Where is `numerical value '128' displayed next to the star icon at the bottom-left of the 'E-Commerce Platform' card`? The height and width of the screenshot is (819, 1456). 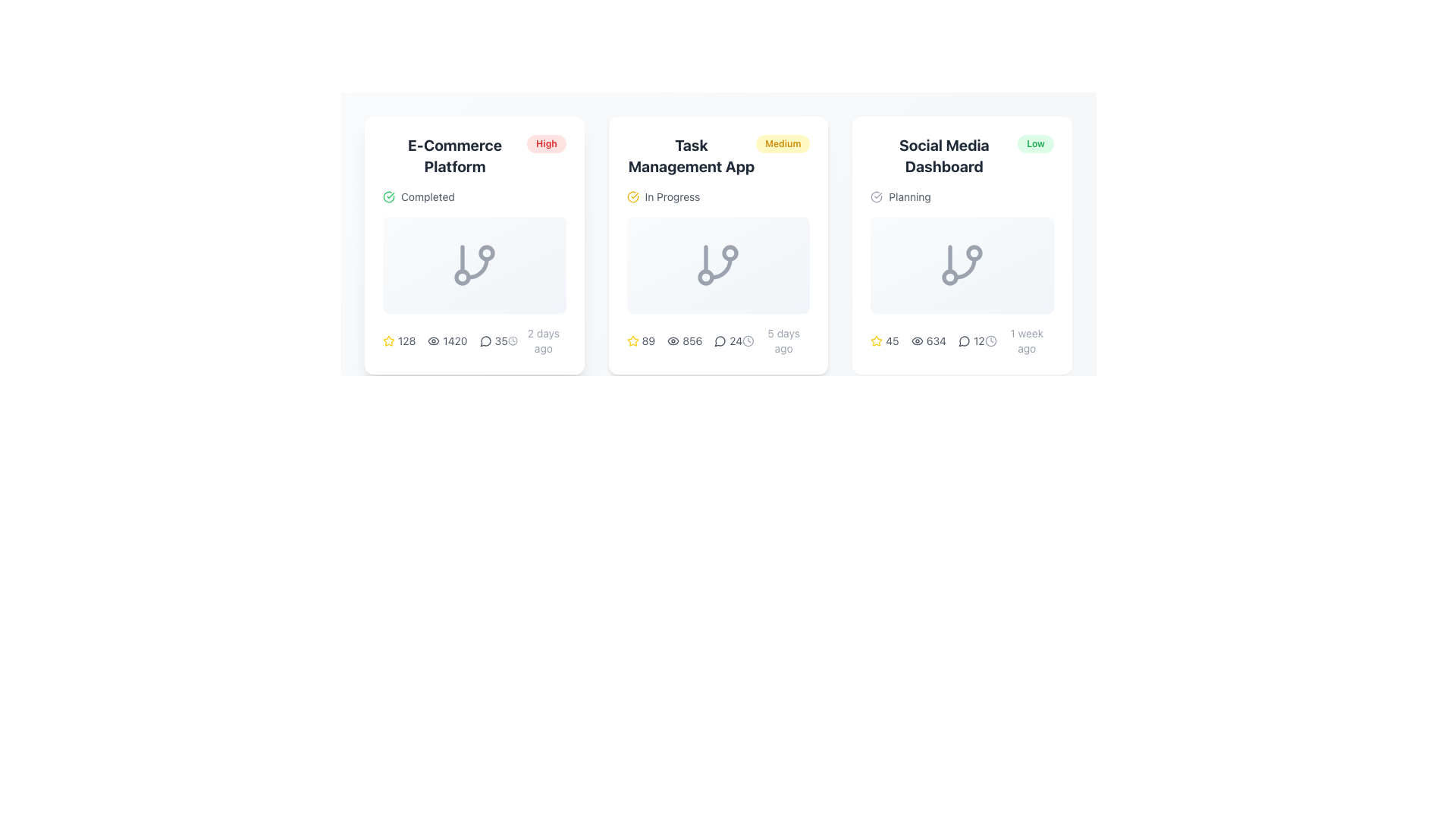
numerical value '128' displayed next to the star icon at the bottom-left of the 'E-Commerce Platform' card is located at coordinates (399, 341).